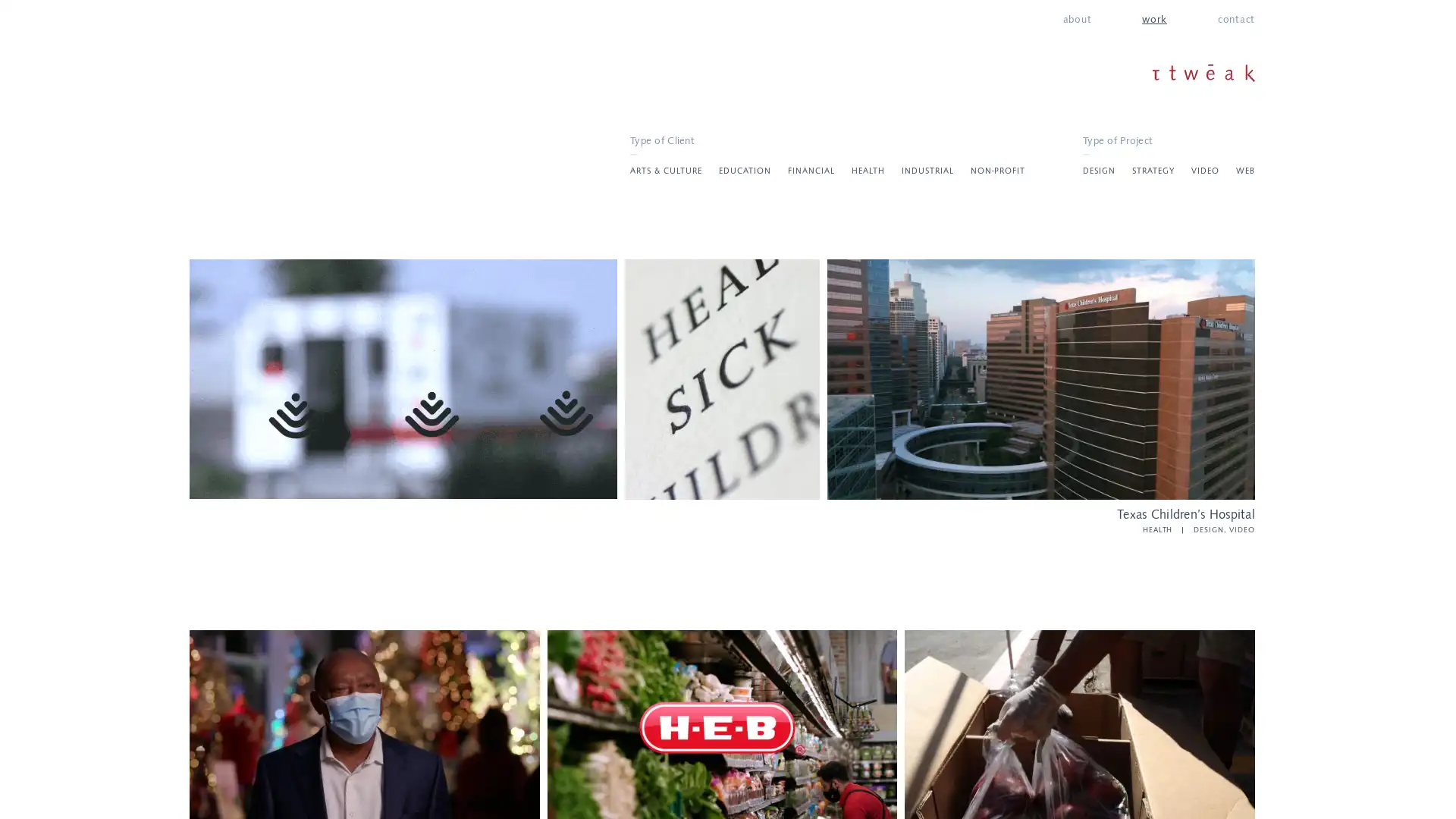 Image resolution: width=1456 pixels, height=819 pixels. Describe the element at coordinates (927, 171) in the screenshot. I see `INDUSTRIAL` at that location.